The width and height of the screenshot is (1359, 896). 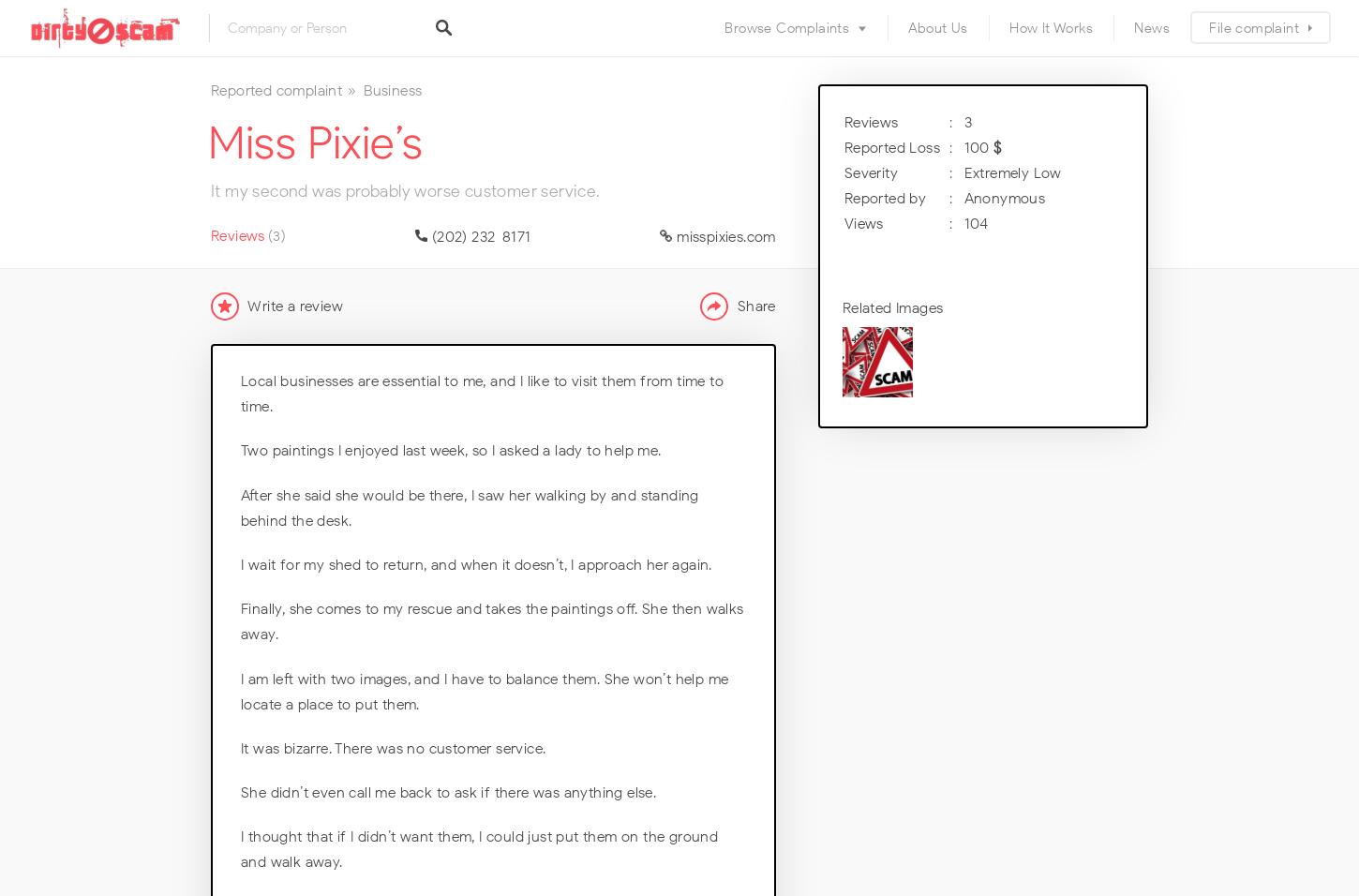 What do you see at coordinates (447, 792) in the screenshot?
I see `'She didn’t even call me back to ask if there was anything else.'` at bounding box center [447, 792].